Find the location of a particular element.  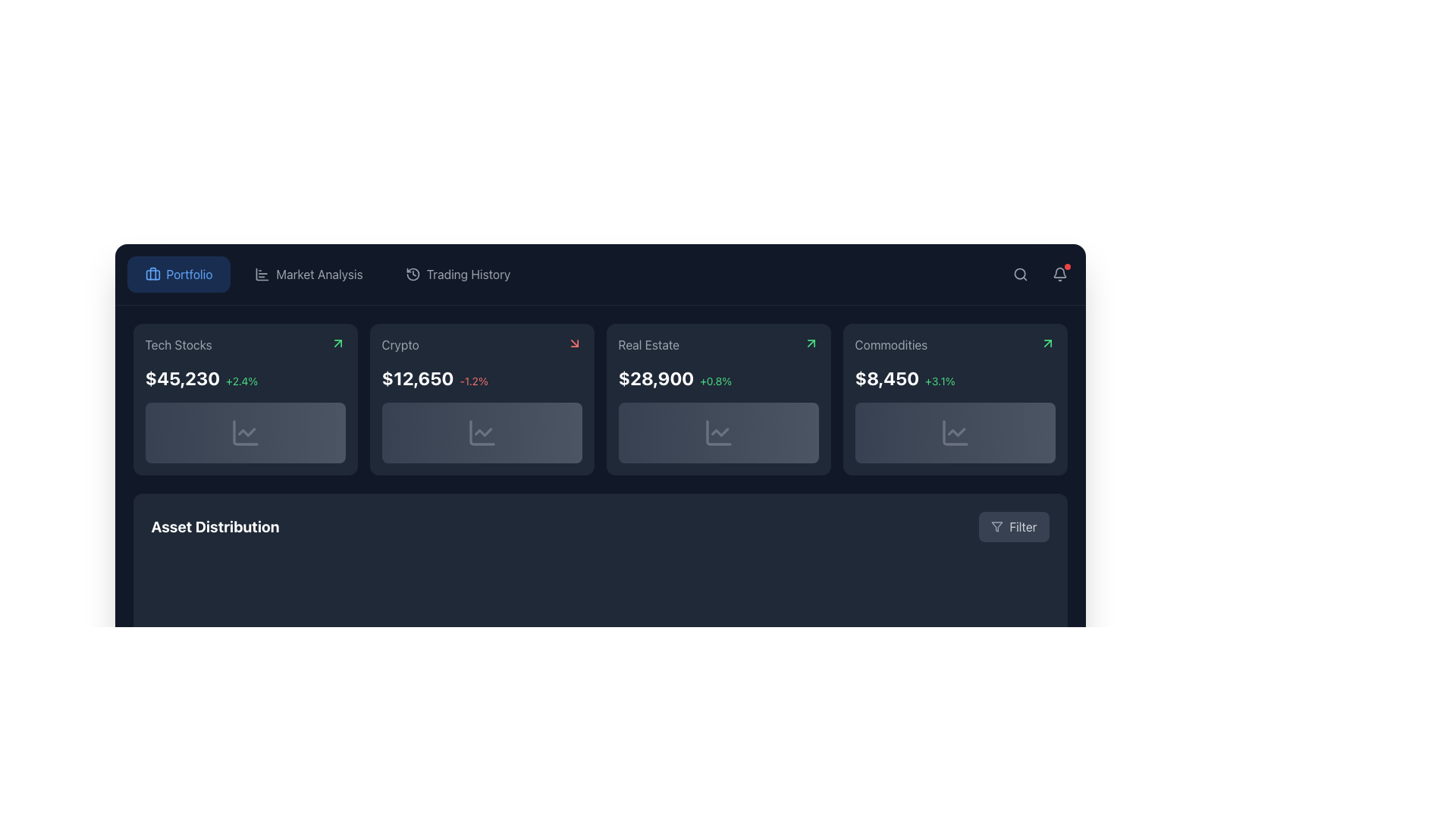

text label displaying 'Commodities' which is positioned in the top-left section of the top-right card, surrounded by a dark background is located at coordinates (891, 345).